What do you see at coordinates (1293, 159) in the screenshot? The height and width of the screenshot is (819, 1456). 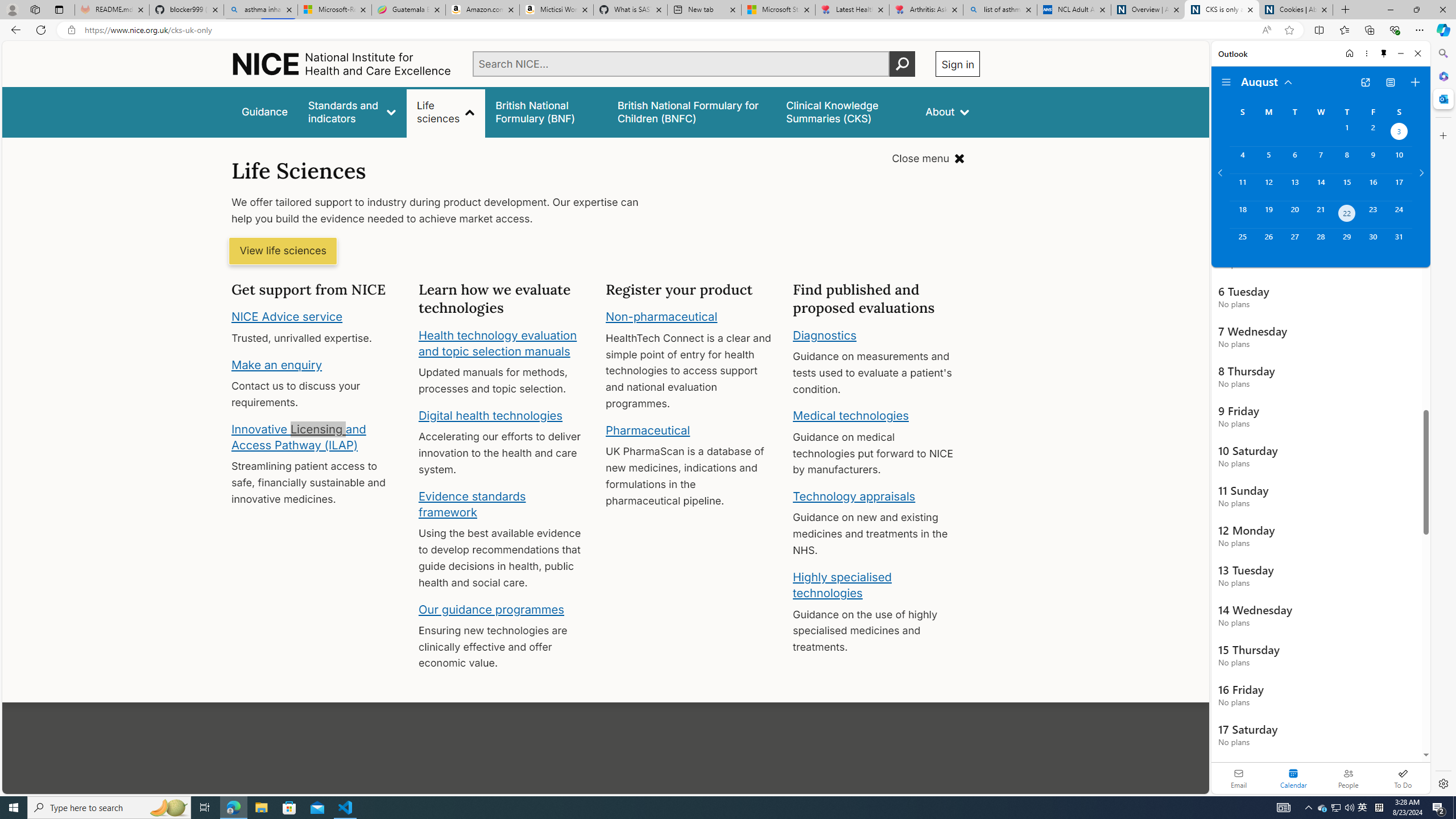 I see `'Tuesday, August 6, 2024. '` at bounding box center [1293, 159].